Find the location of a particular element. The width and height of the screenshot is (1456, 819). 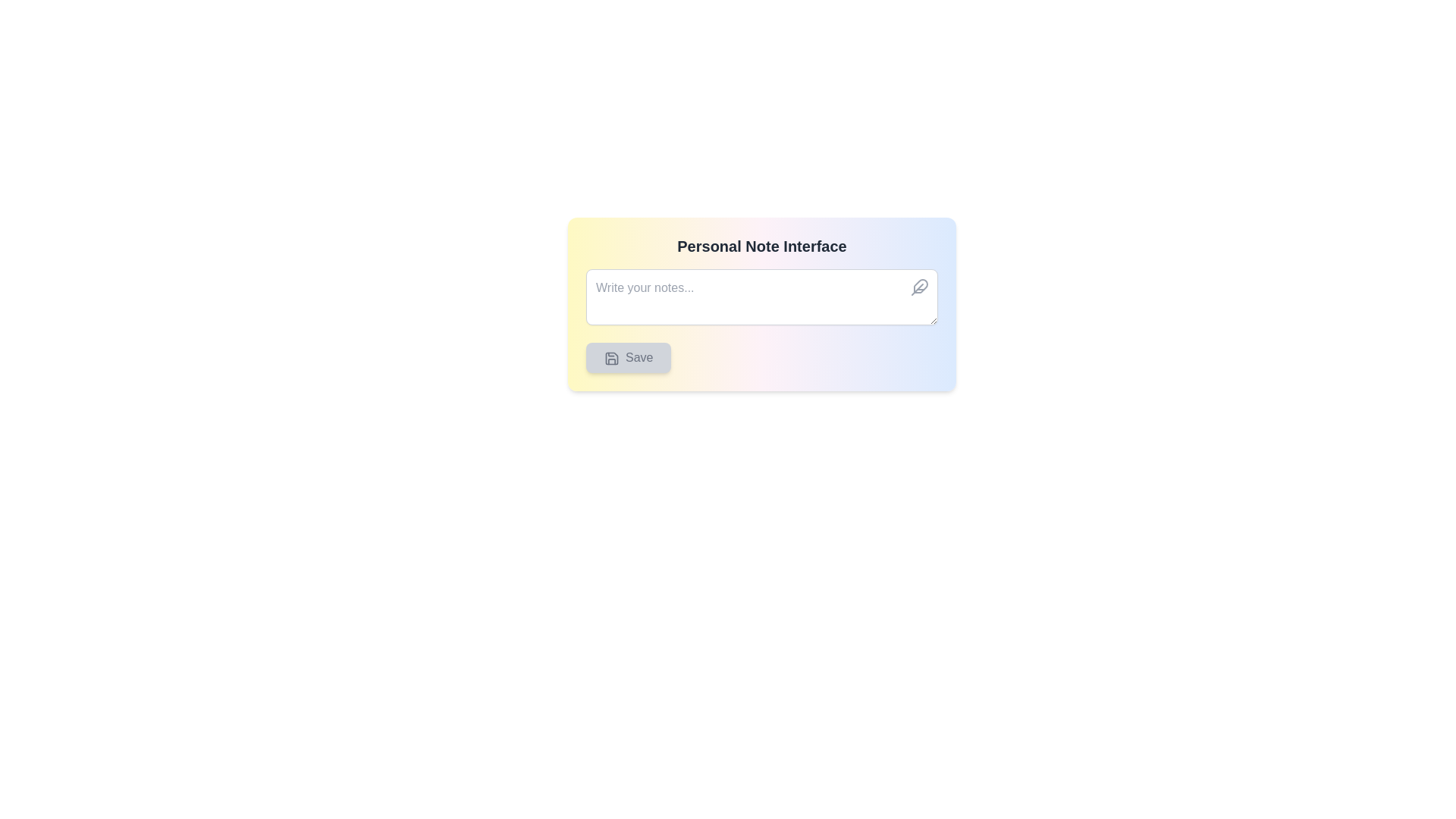

the icon representing the save functionality, located to the left of the 'Save' button text, positioned below the input field is located at coordinates (611, 357).